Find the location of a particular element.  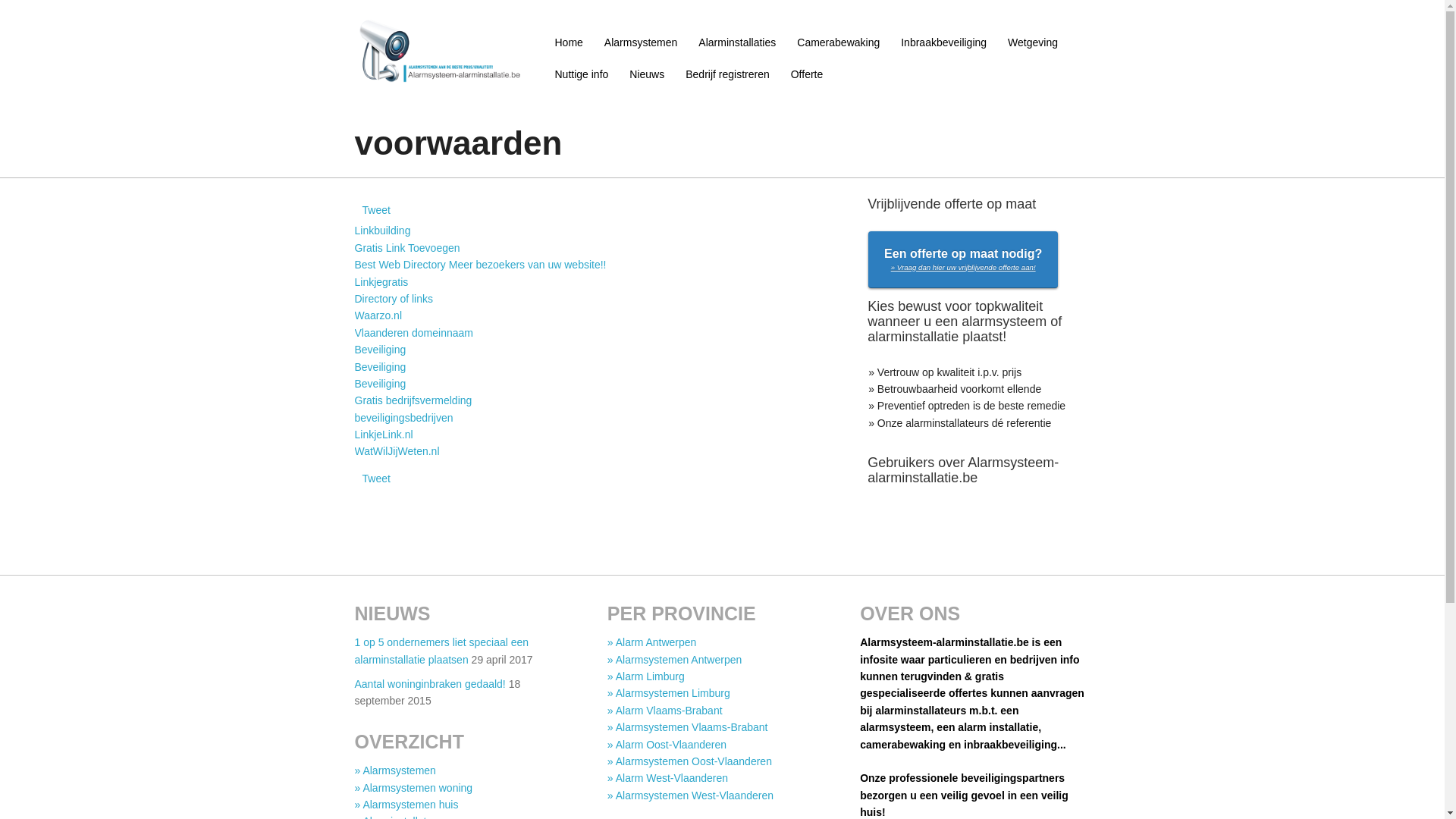

'Tweet' is located at coordinates (362, 210).